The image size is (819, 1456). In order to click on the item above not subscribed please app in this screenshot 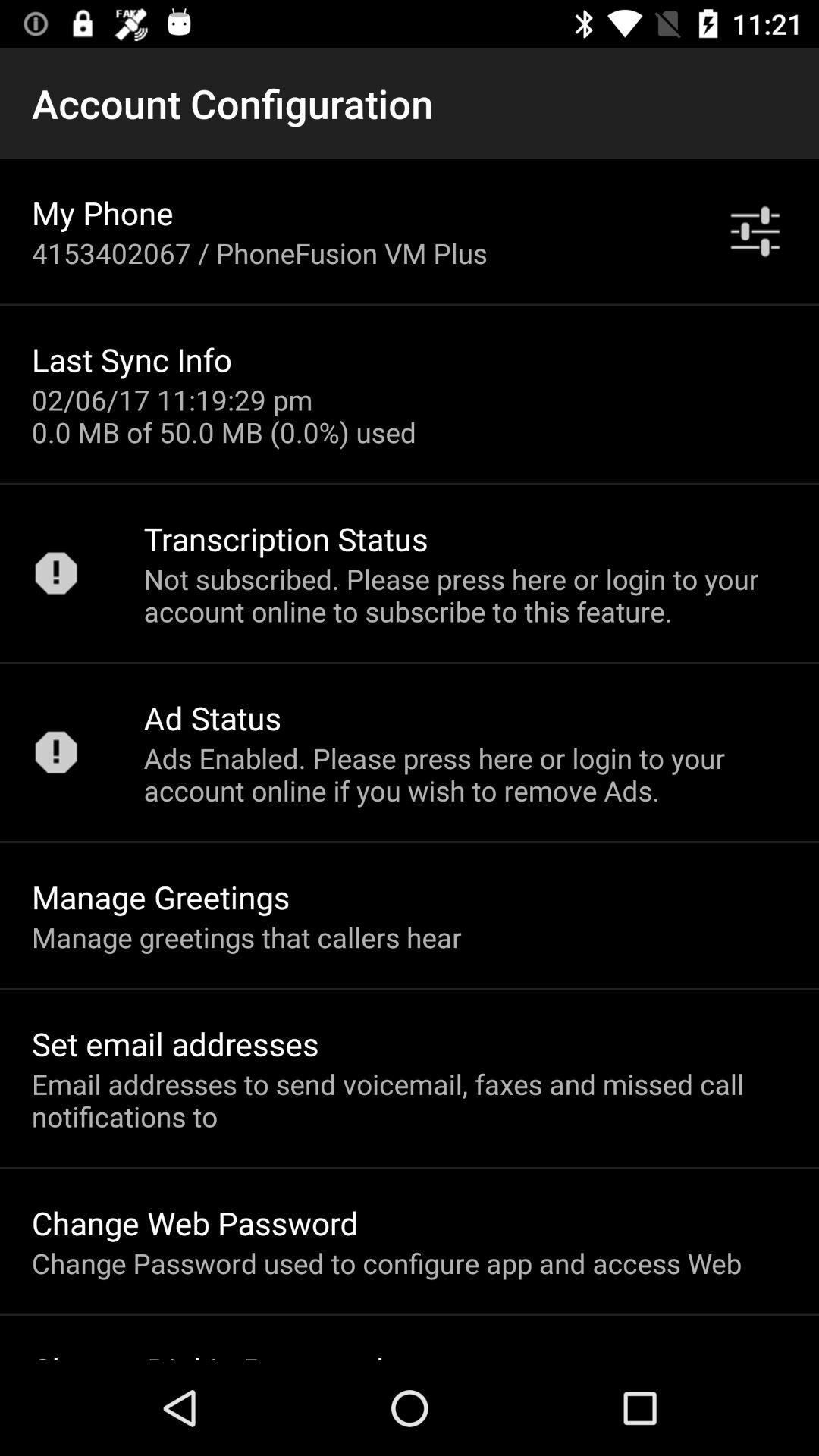, I will do `click(755, 231)`.